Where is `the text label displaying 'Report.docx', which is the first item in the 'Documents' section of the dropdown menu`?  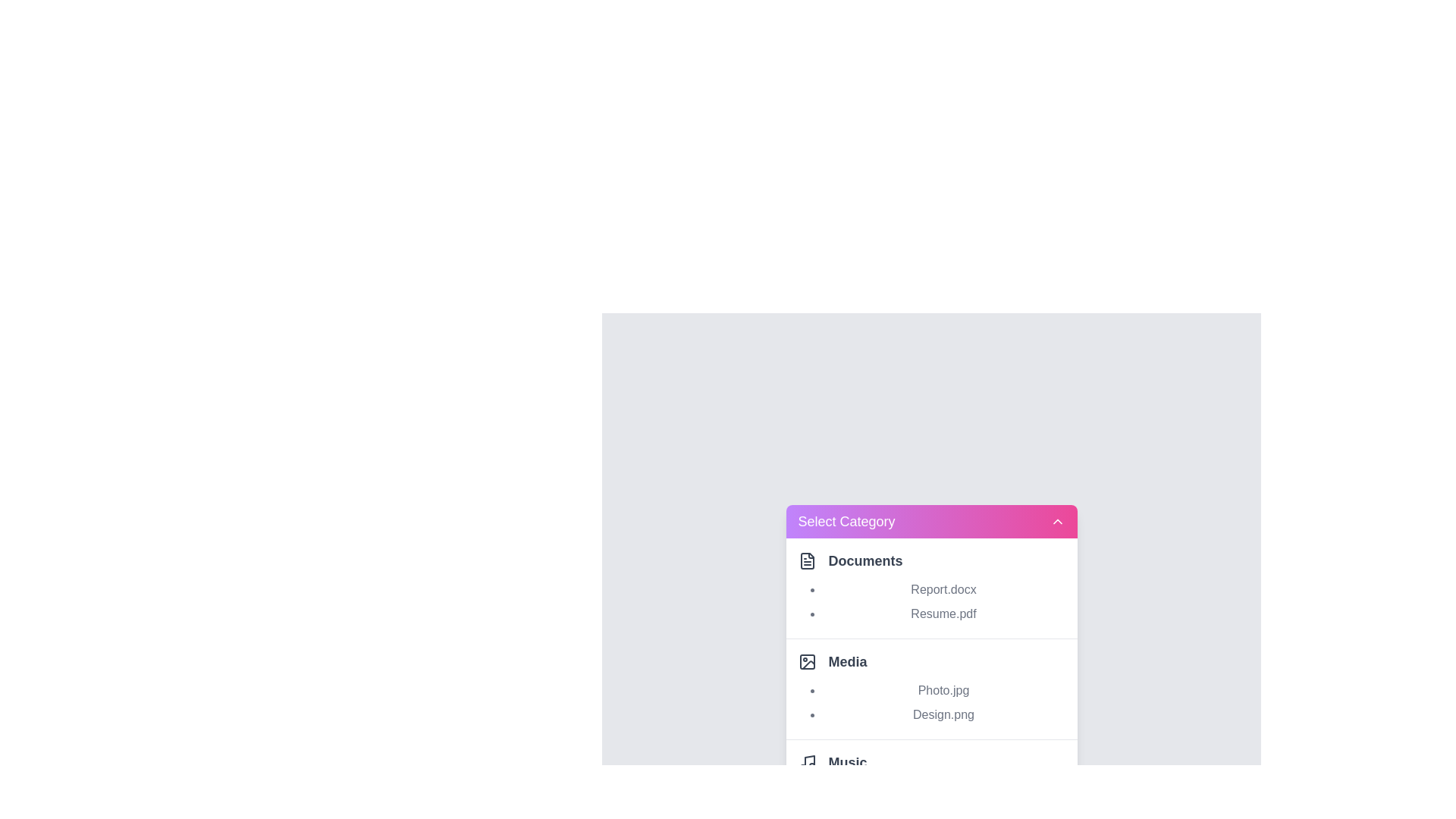 the text label displaying 'Report.docx', which is the first item in the 'Documents' section of the dropdown menu is located at coordinates (943, 588).